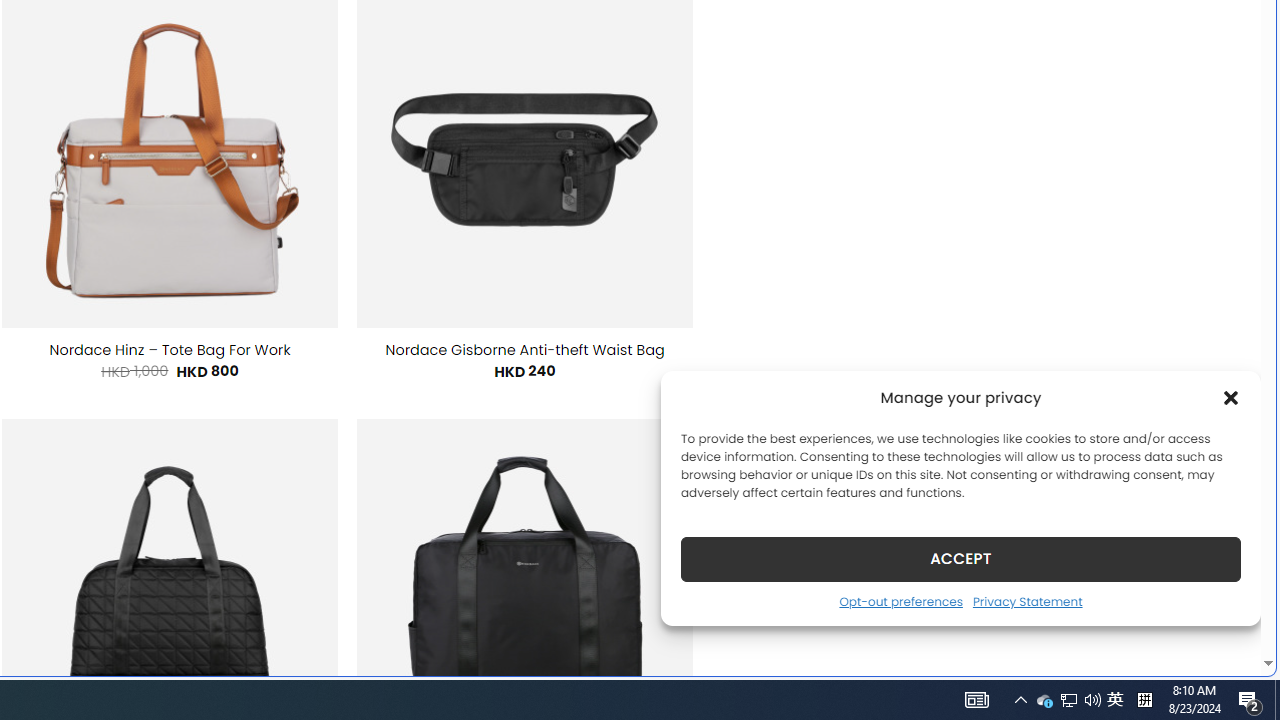 The height and width of the screenshot is (720, 1280). I want to click on 'ACCEPT', so click(961, 558).